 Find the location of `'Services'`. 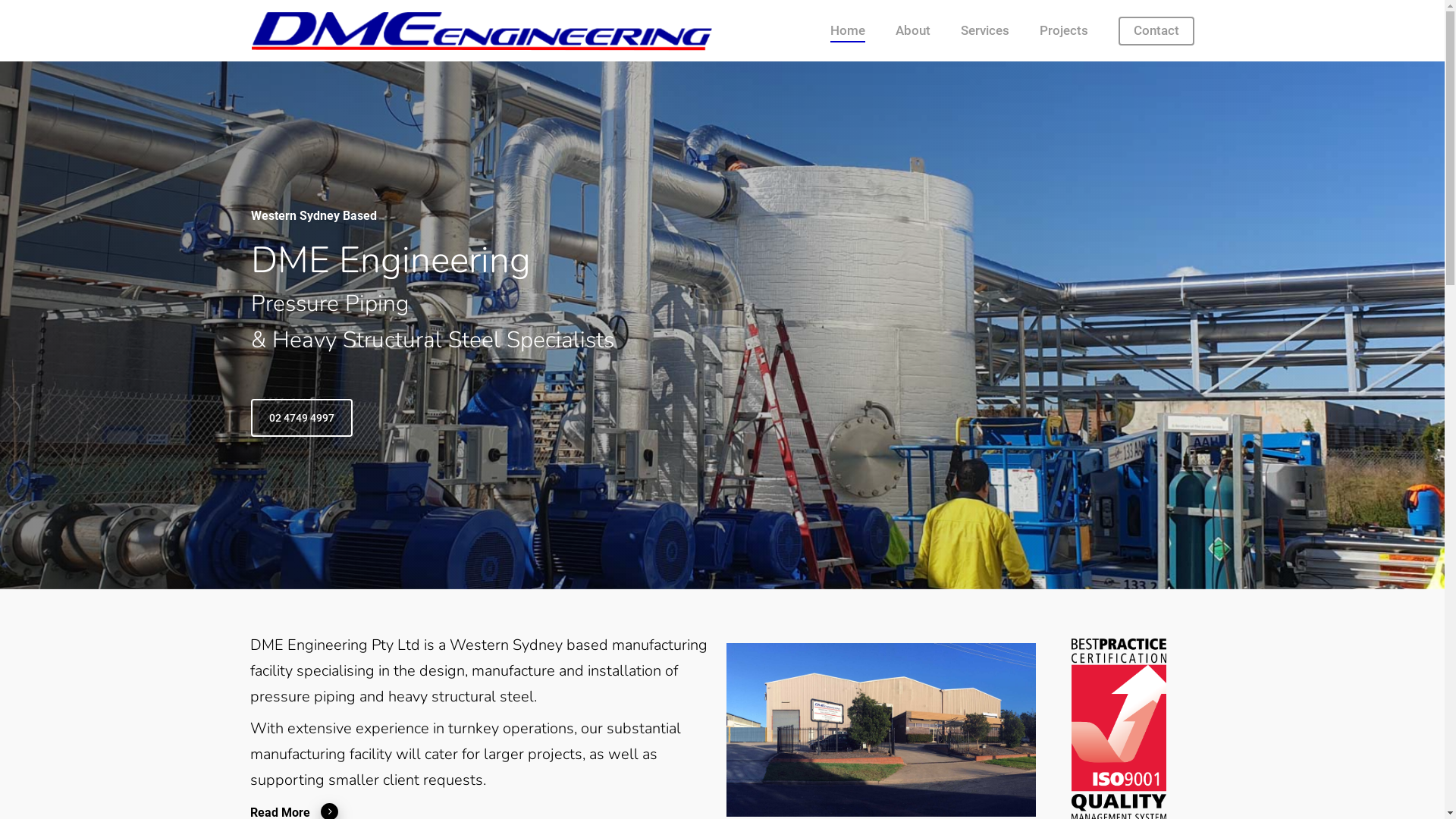

'Services' is located at coordinates (985, 30).